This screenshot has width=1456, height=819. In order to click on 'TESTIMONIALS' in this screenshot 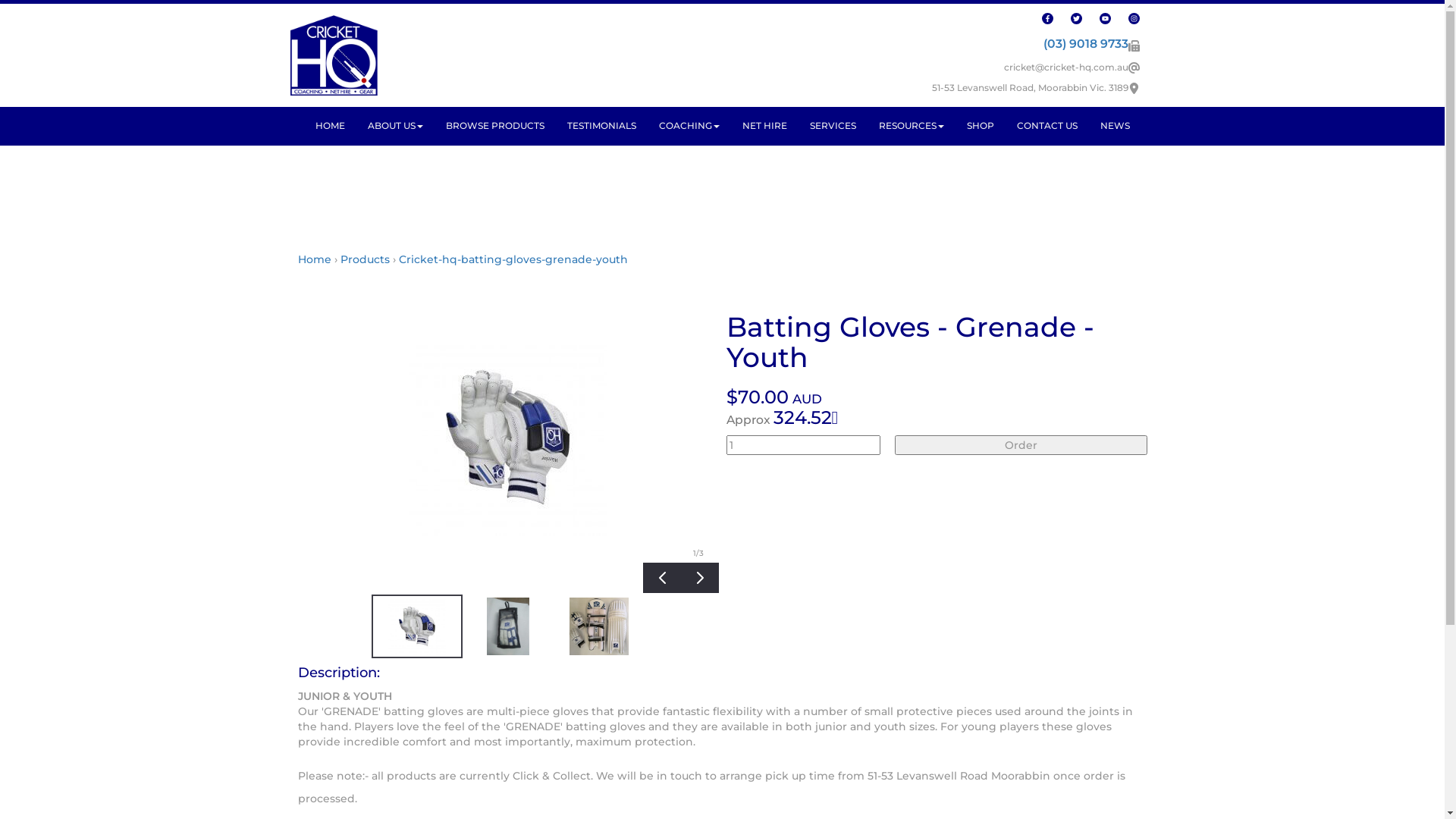, I will do `click(600, 124)`.